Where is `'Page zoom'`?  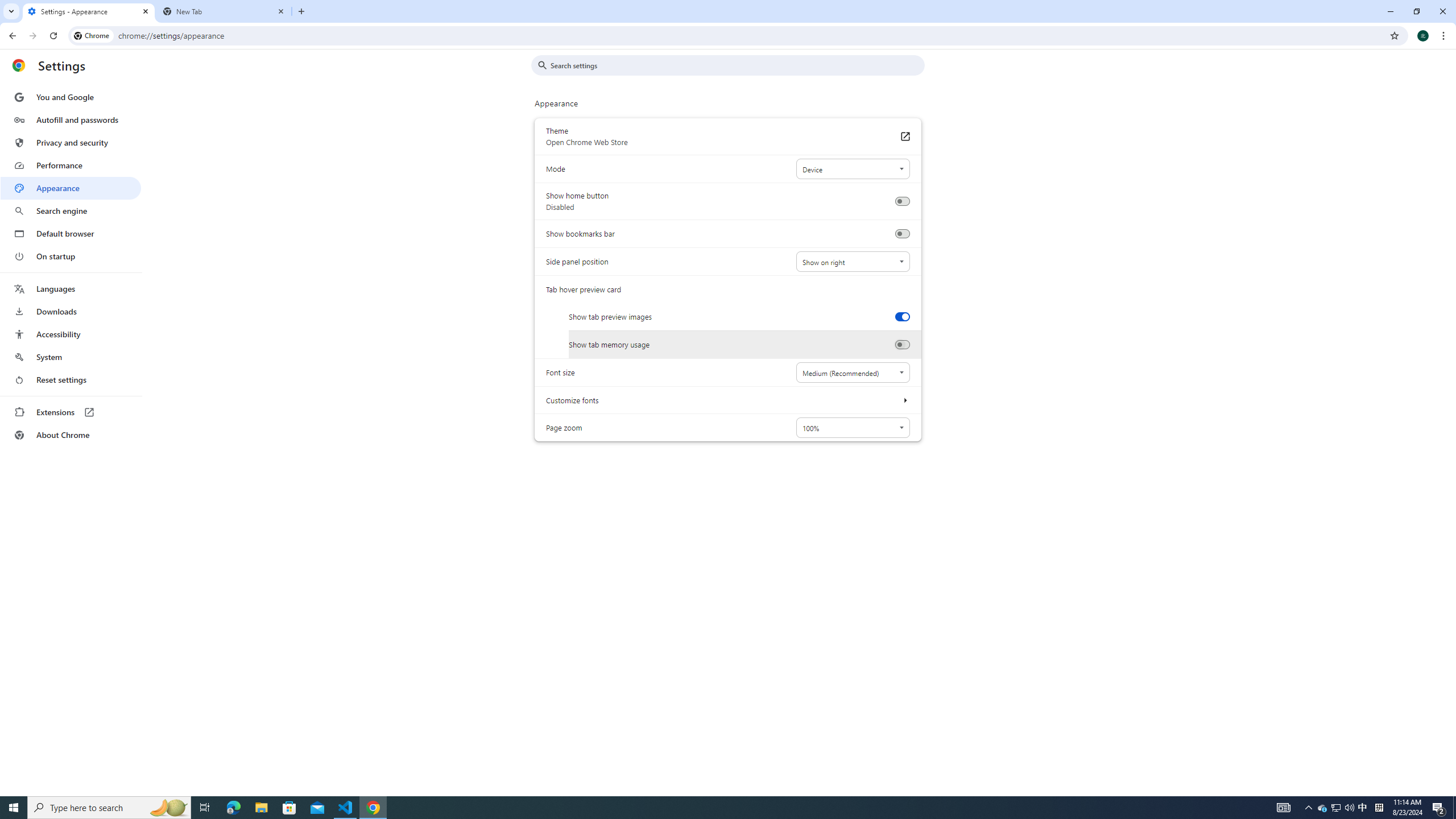
'Page zoom' is located at coordinates (851, 427).